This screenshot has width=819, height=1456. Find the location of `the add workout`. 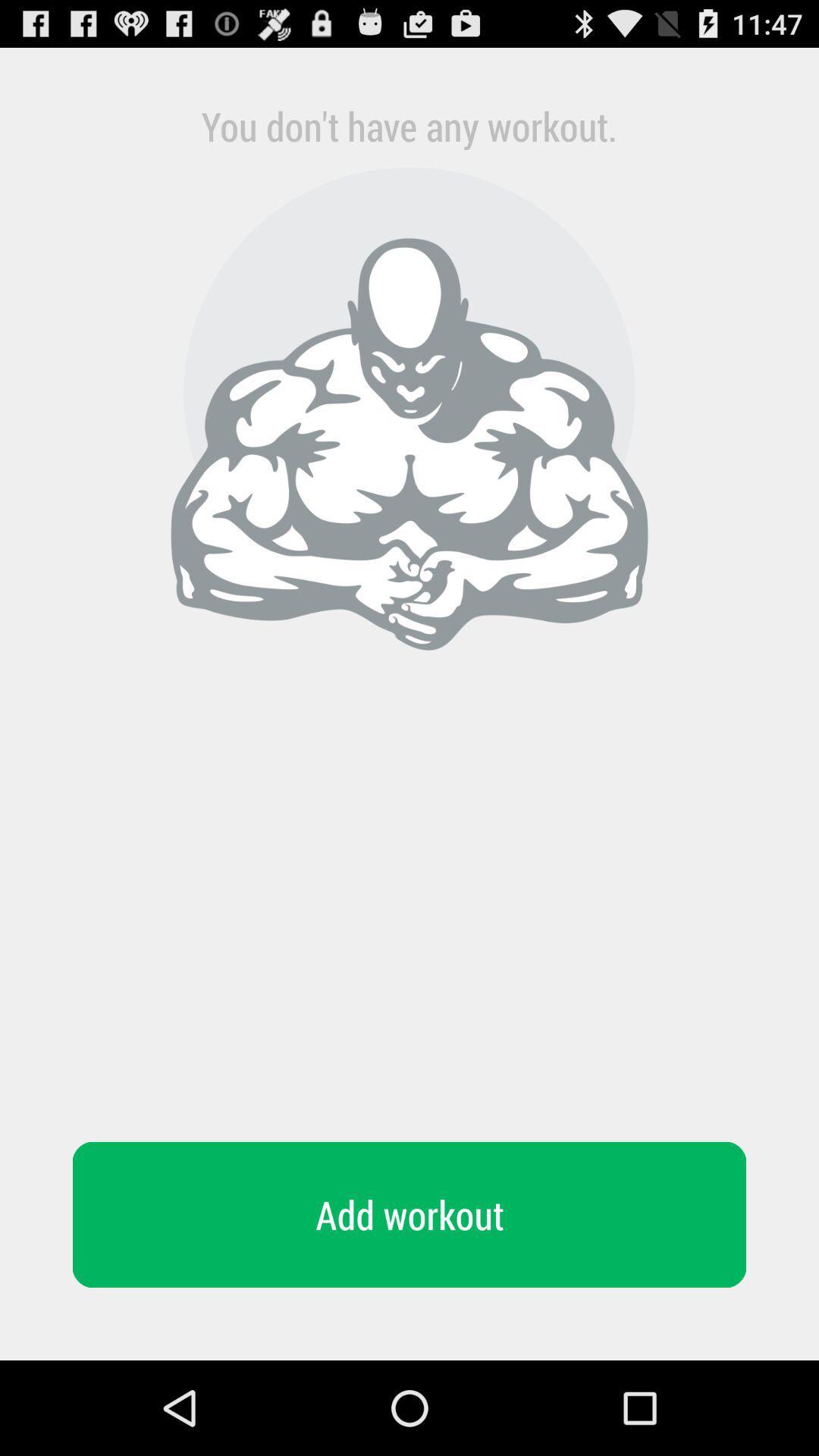

the add workout is located at coordinates (409, 1215).